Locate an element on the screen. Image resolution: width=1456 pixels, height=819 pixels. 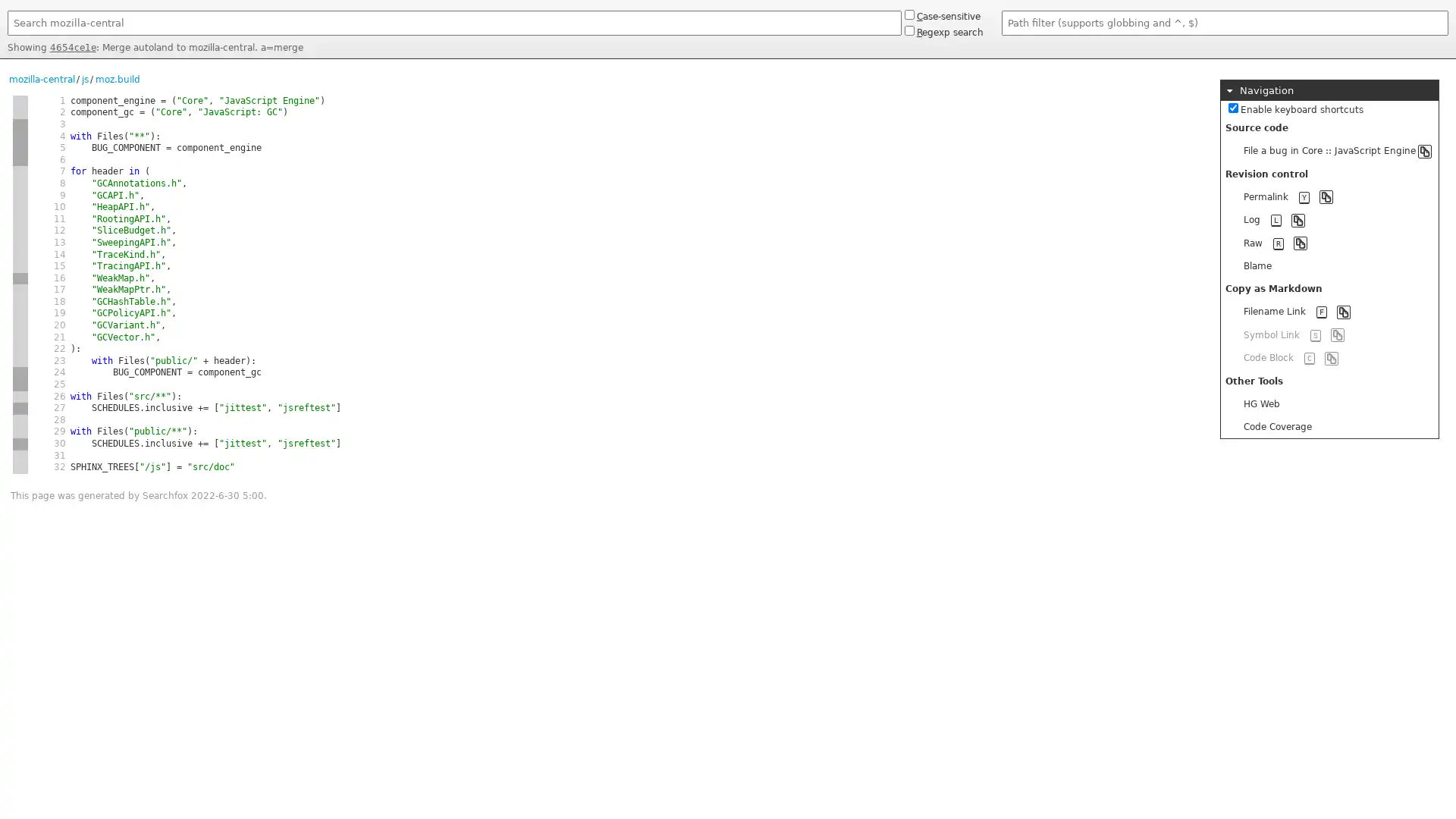
Copy to clipboard is located at coordinates (1325, 196).